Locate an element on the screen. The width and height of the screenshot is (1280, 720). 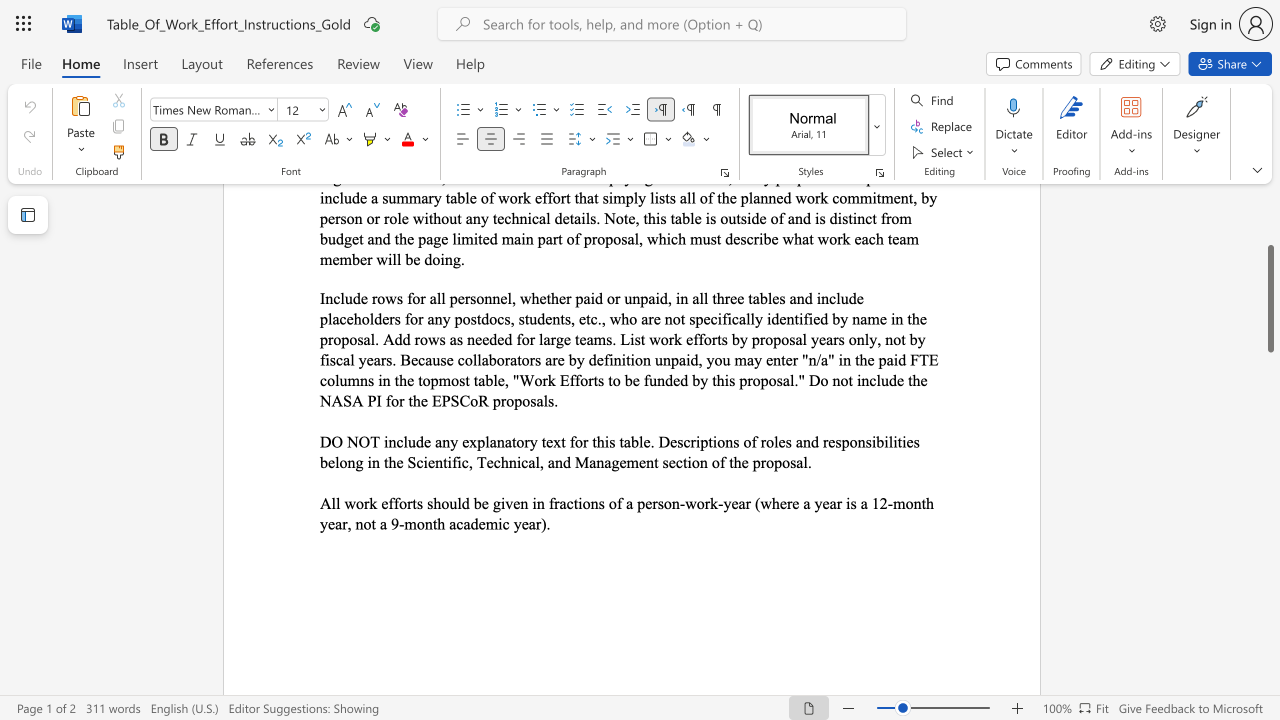
the scrollbar and move down 1210 pixels is located at coordinates (1269, 298).